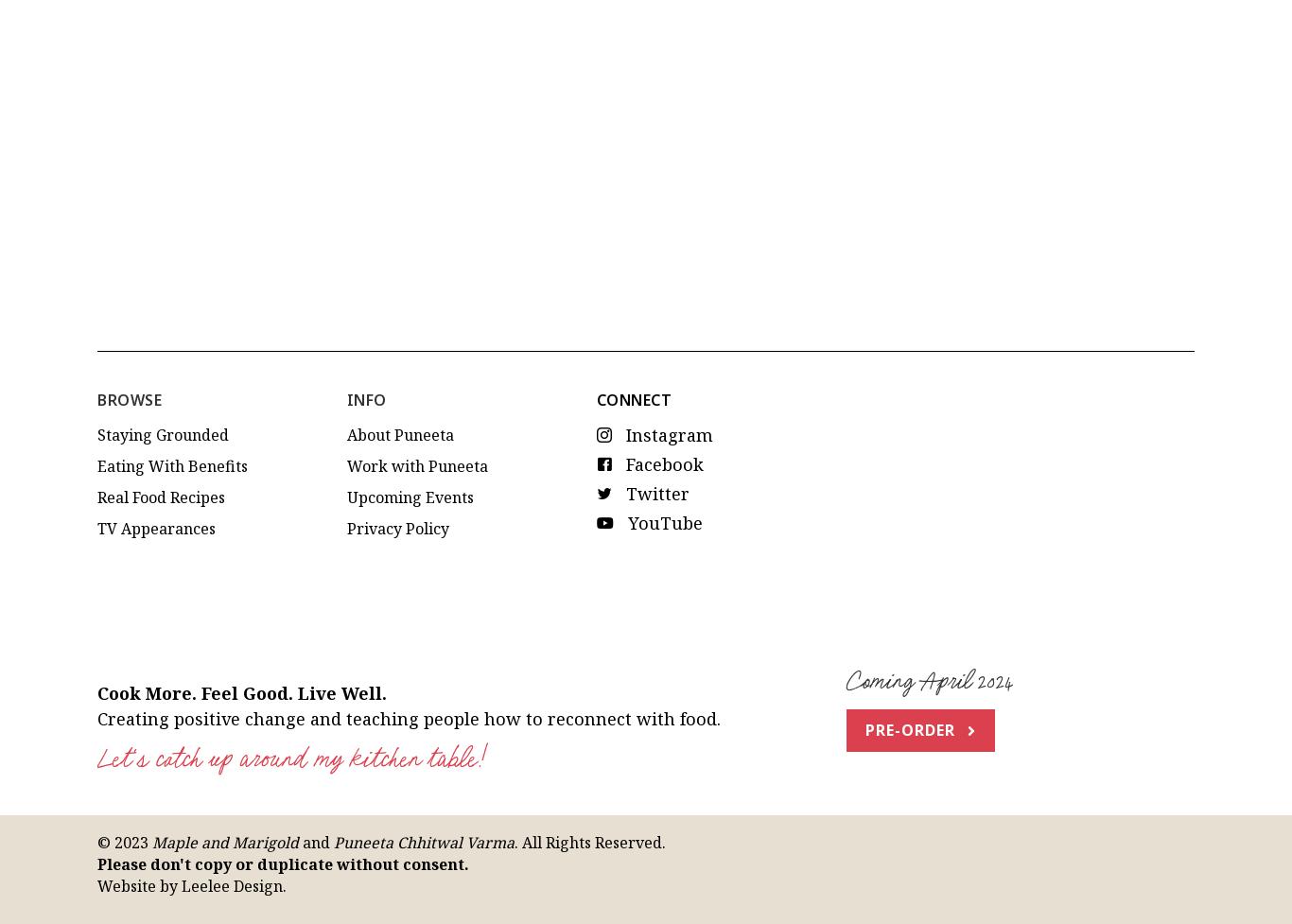  What do you see at coordinates (588, 686) in the screenshot?
I see `'. All Rights Reserved.'` at bounding box center [588, 686].